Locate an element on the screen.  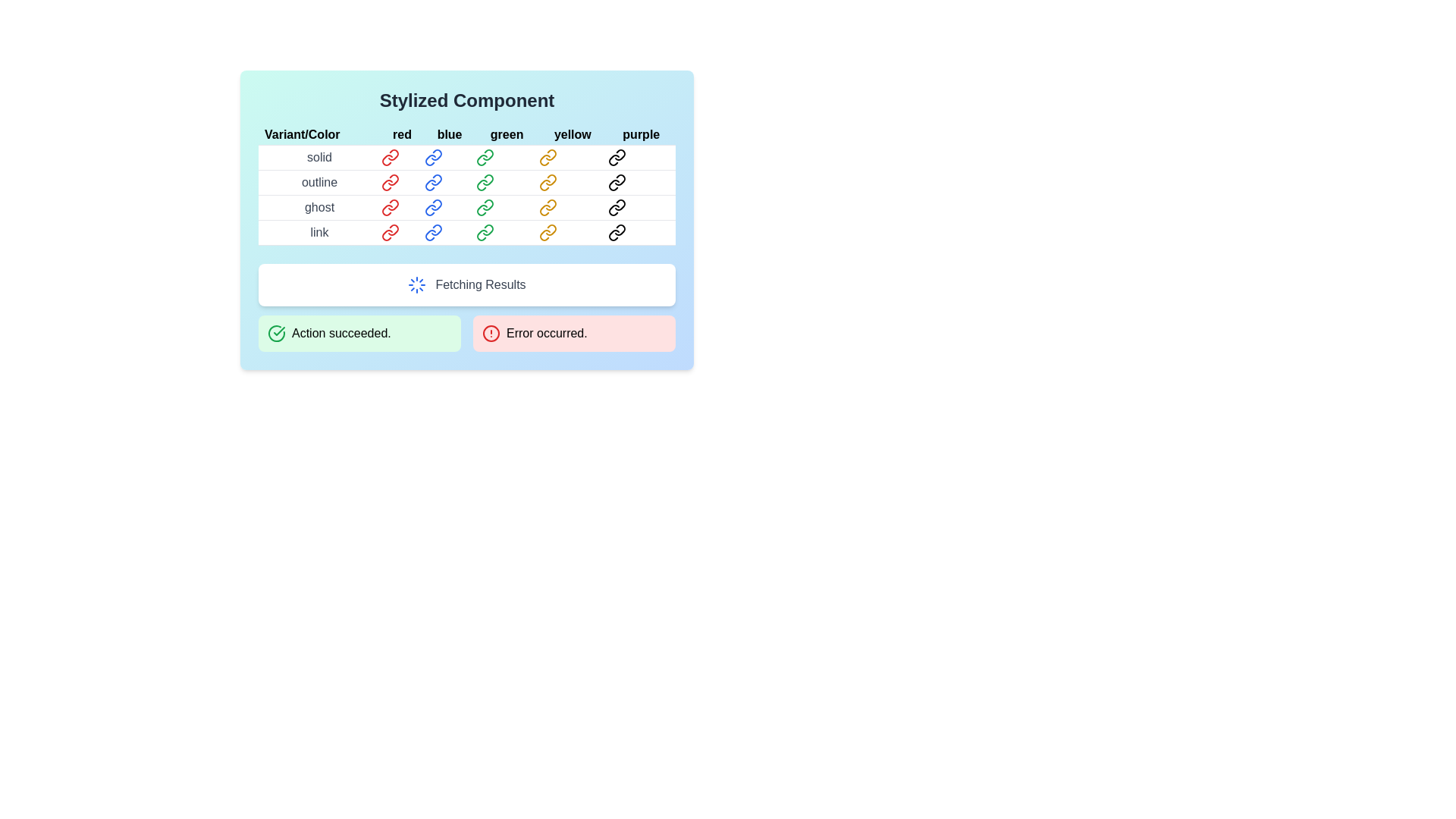
the non-interactive label for the 'purple' color column, which is the last item in a horizontal list of color names is located at coordinates (641, 134).